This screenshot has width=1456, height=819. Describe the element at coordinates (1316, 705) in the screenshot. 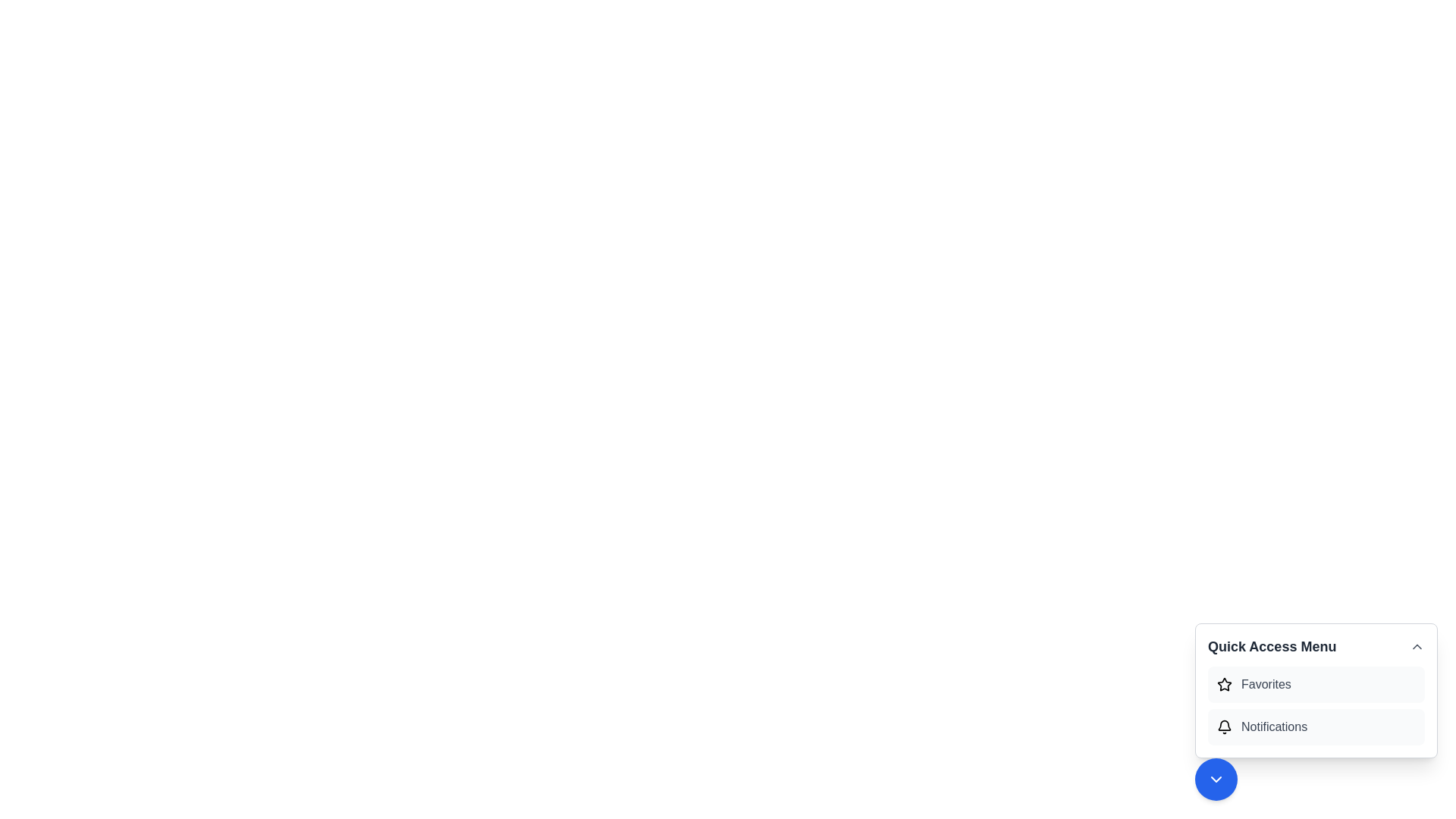

I see `the 'Favorites' and 'Notifications' options in the Quick Access Menu` at that location.